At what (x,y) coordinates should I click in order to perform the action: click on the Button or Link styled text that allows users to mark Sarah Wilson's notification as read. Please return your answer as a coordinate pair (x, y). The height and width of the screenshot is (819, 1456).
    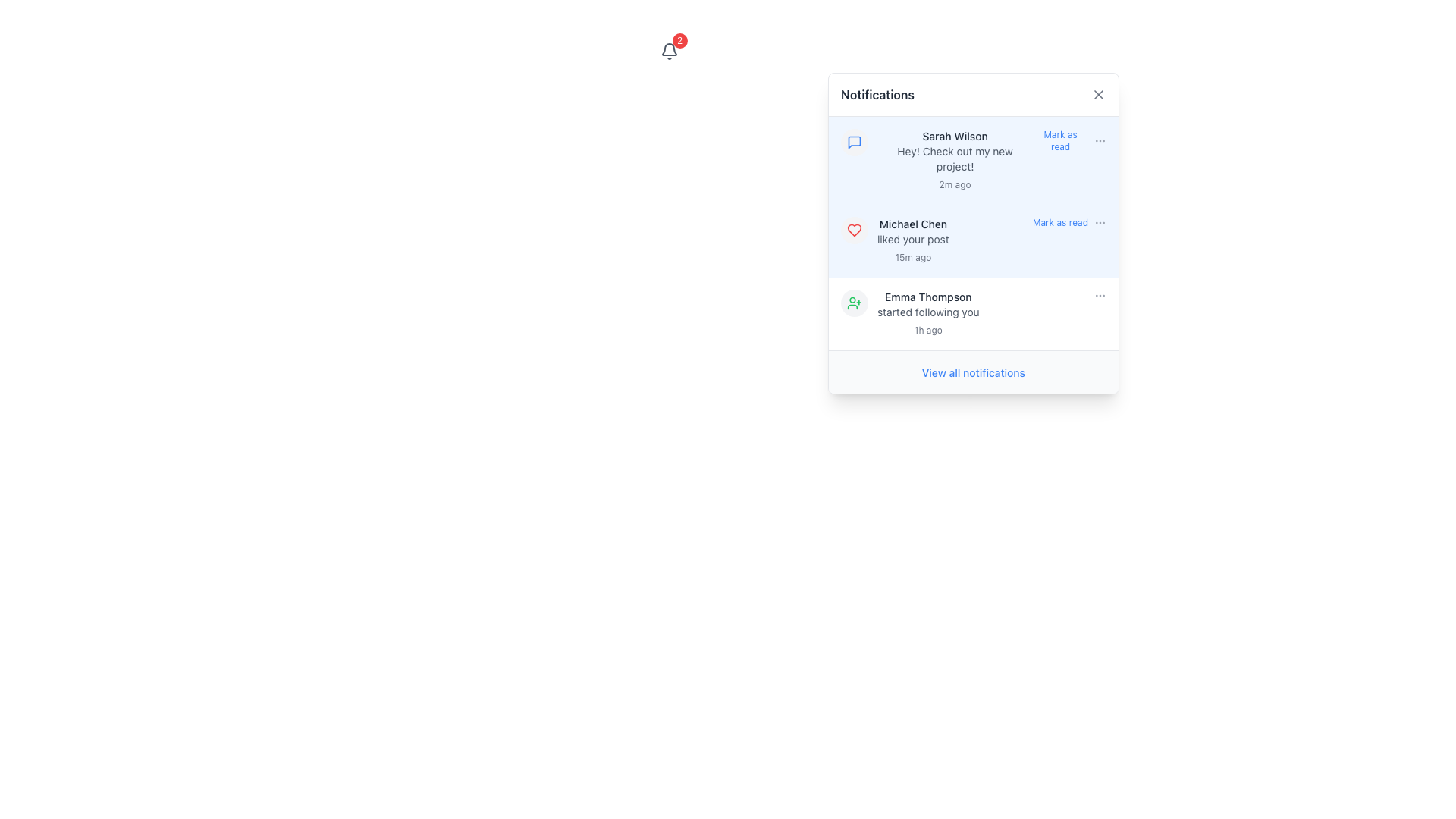
    Looking at the image, I should click on (1059, 140).